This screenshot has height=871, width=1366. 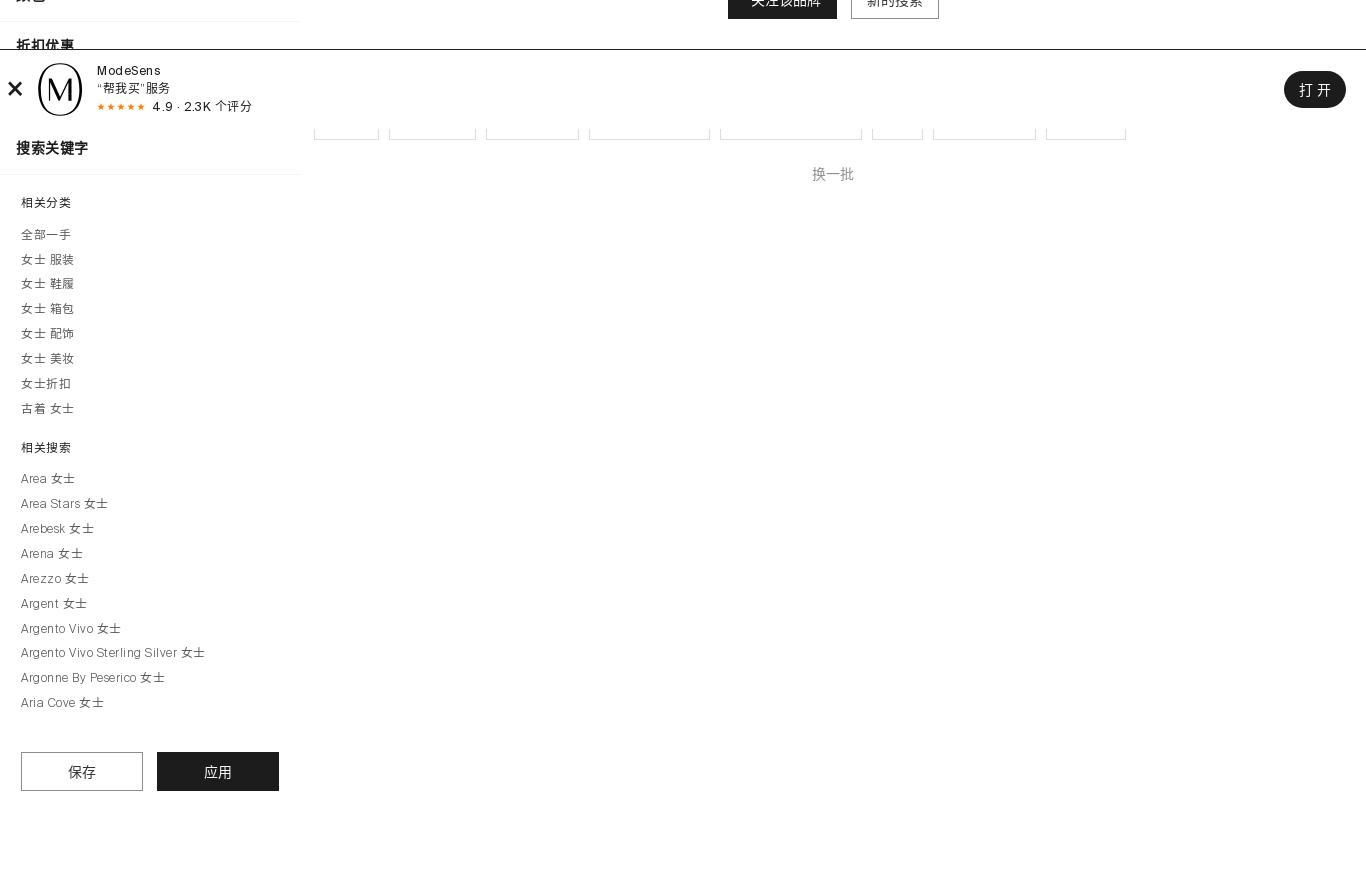 What do you see at coordinates (112, 653) in the screenshot?
I see `'Argento Vivo Sterling Silver 女士'` at bounding box center [112, 653].